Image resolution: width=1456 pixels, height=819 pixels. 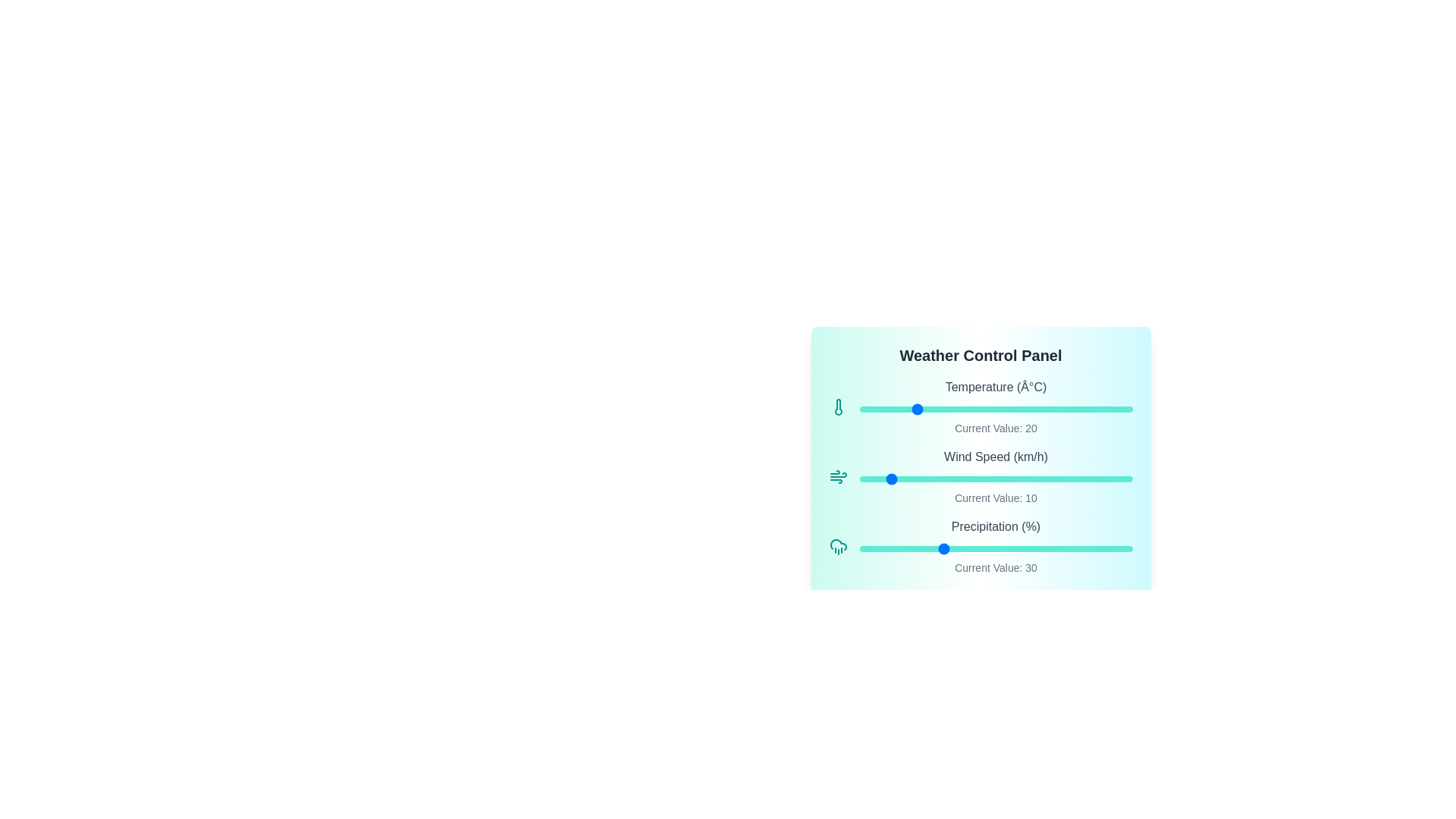 What do you see at coordinates (1015, 479) in the screenshot?
I see `the Wind Speed slider to 57 km/h` at bounding box center [1015, 479].